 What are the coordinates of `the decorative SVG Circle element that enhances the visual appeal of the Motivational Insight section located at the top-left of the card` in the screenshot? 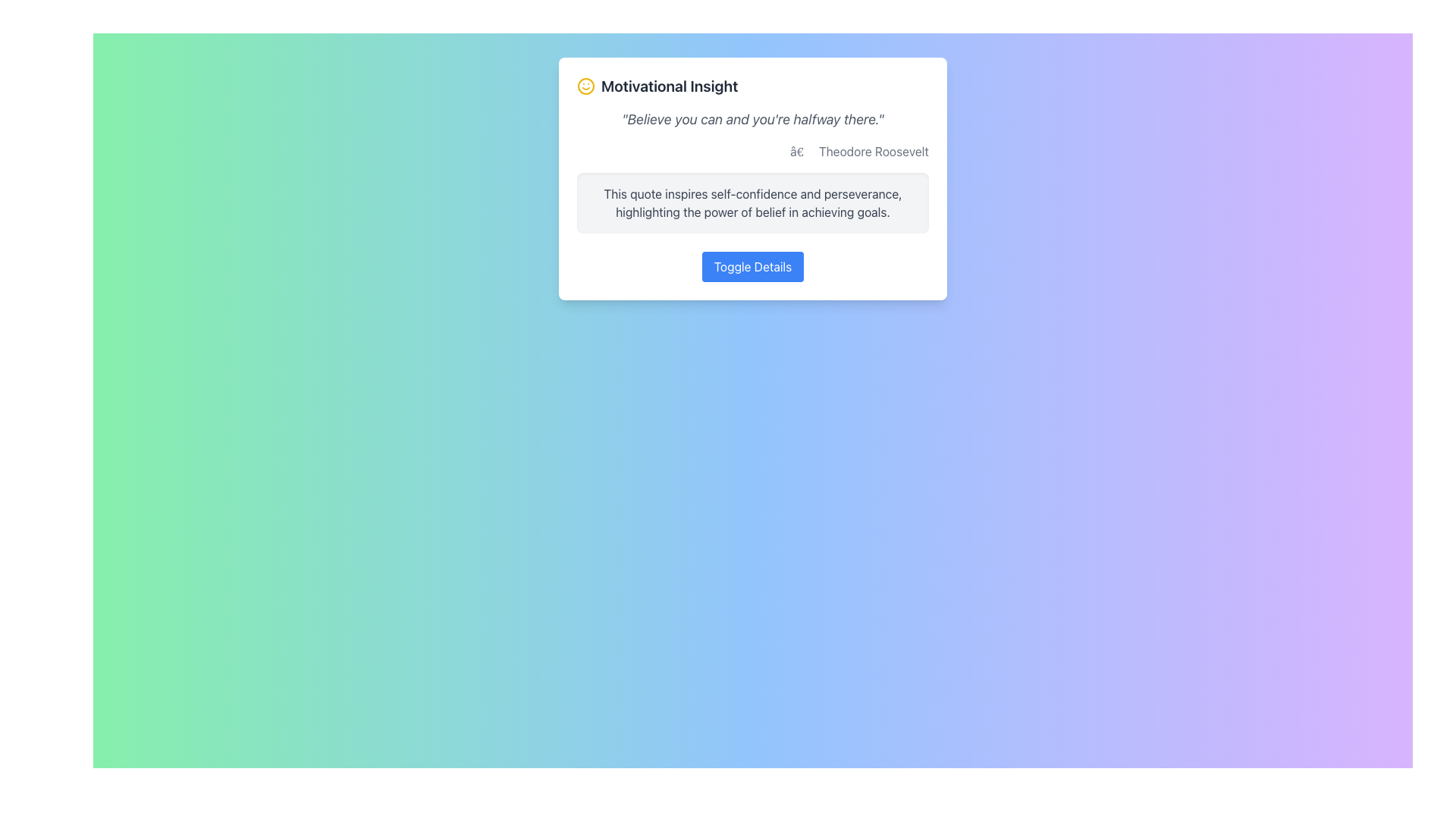 It's located at (585, 86).